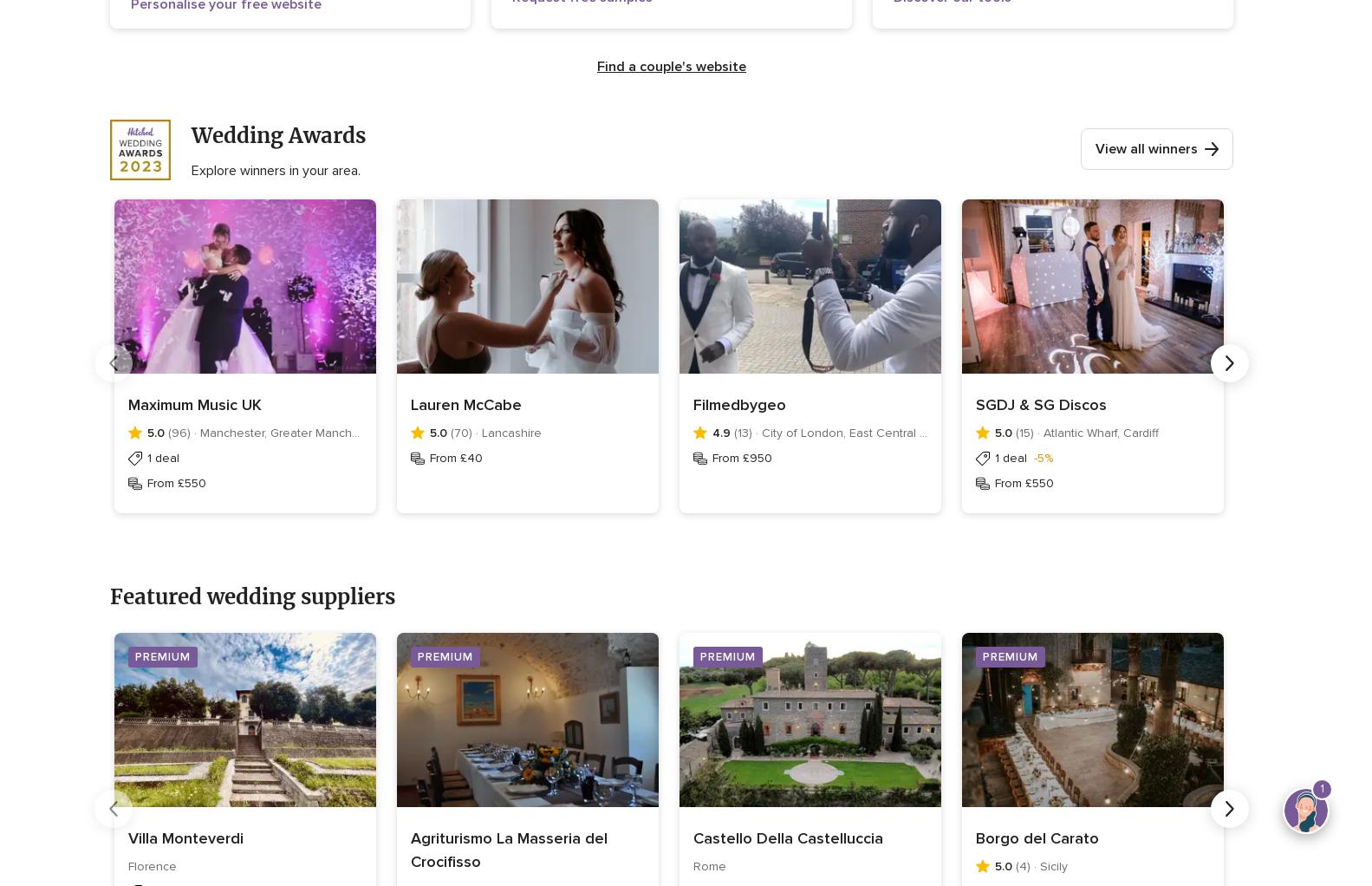 This screenshot has width=1372, height=886. What do you see at coordinates (153, 866) in the screenshot?
I see `'Florence'` at bounding box center [153, 866].